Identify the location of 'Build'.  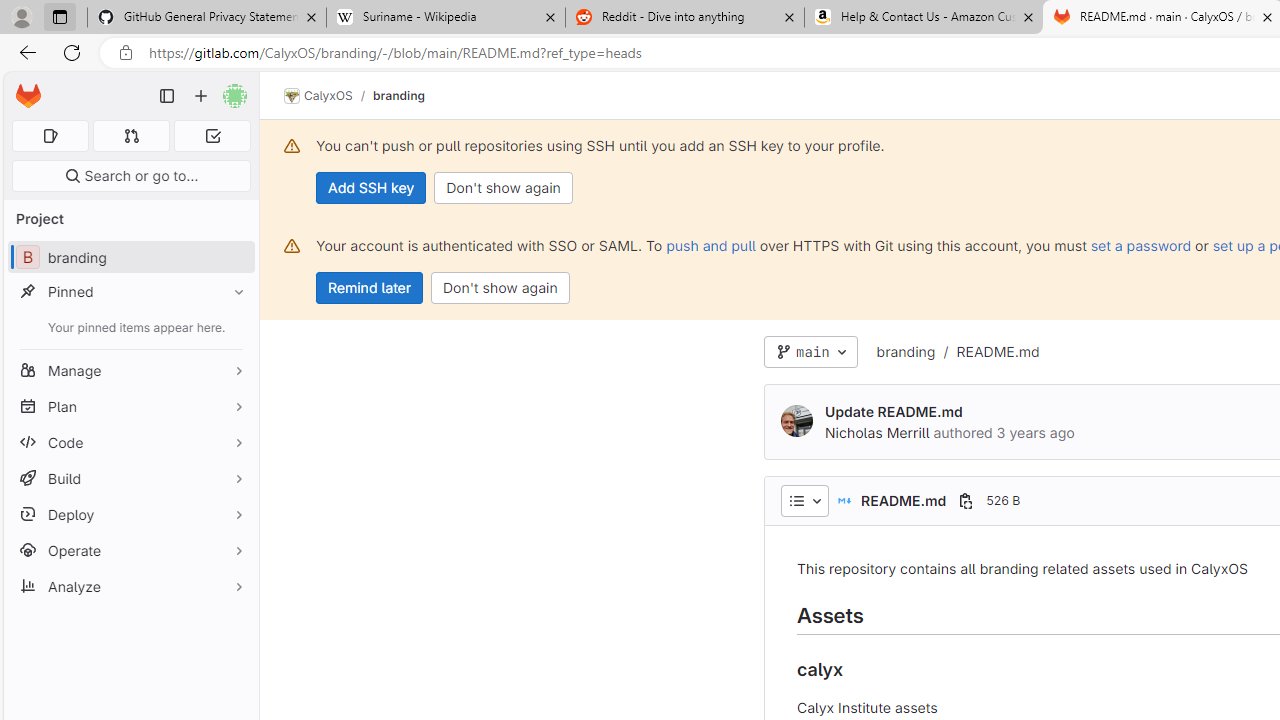
(130, 478).